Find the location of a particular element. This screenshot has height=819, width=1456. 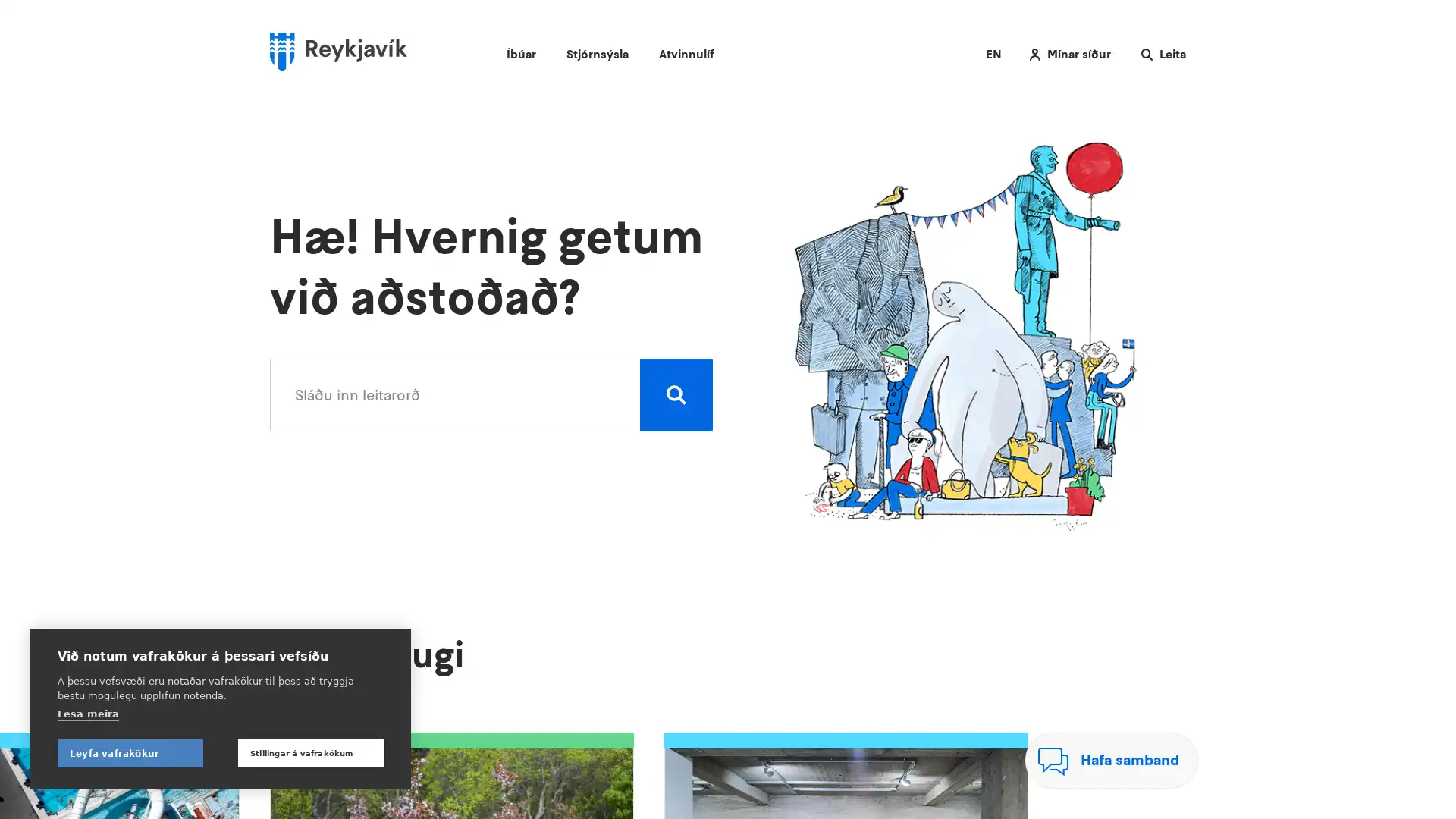

Leita is located at coordinates (676, 394).